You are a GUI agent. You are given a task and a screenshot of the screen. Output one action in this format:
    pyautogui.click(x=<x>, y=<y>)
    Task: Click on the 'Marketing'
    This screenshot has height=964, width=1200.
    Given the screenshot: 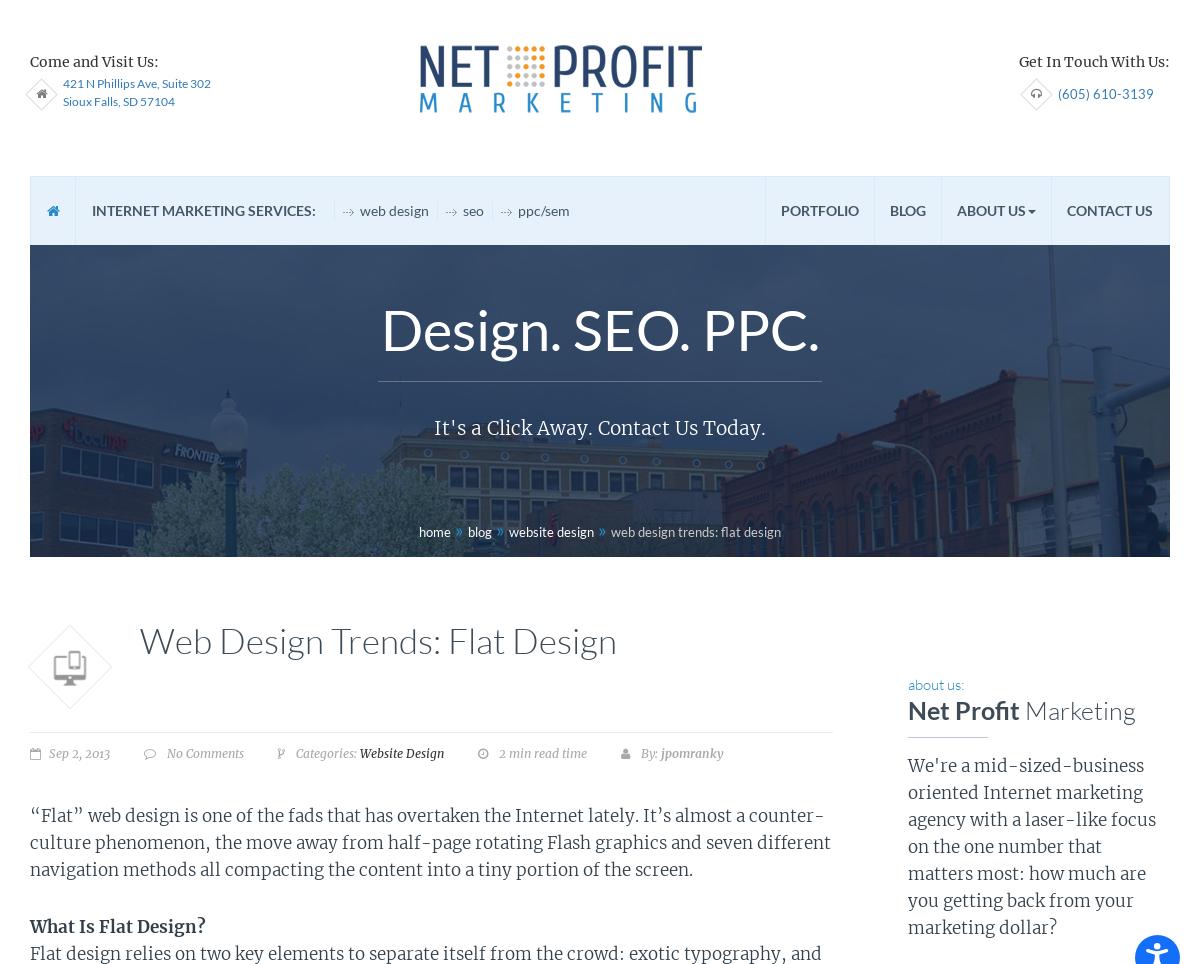 What is the action you would take?
    pyautogui.click(x=1076, y=709)
    